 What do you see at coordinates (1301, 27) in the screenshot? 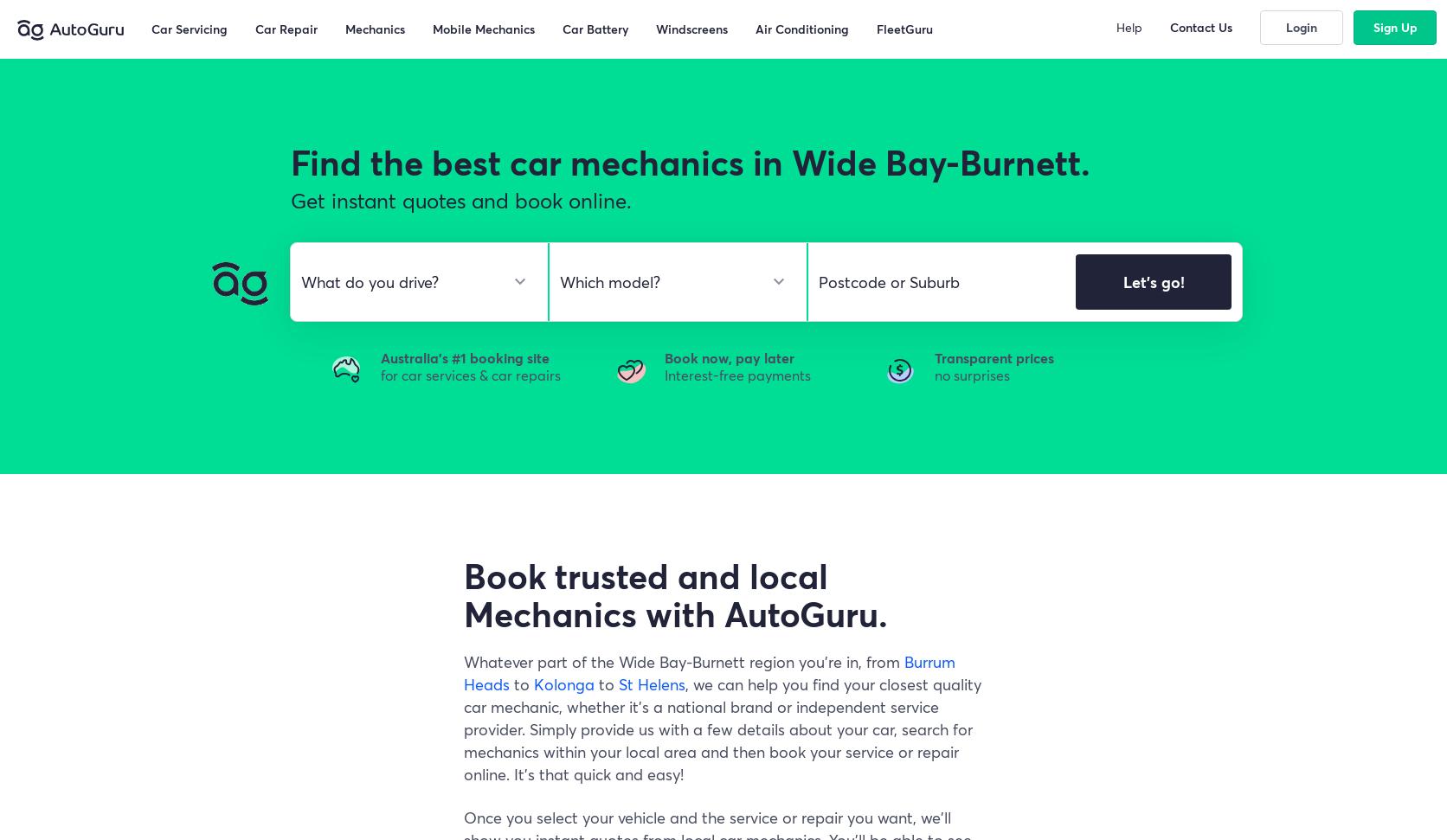
I see `'Login'` at bounding box center [1301, 27].